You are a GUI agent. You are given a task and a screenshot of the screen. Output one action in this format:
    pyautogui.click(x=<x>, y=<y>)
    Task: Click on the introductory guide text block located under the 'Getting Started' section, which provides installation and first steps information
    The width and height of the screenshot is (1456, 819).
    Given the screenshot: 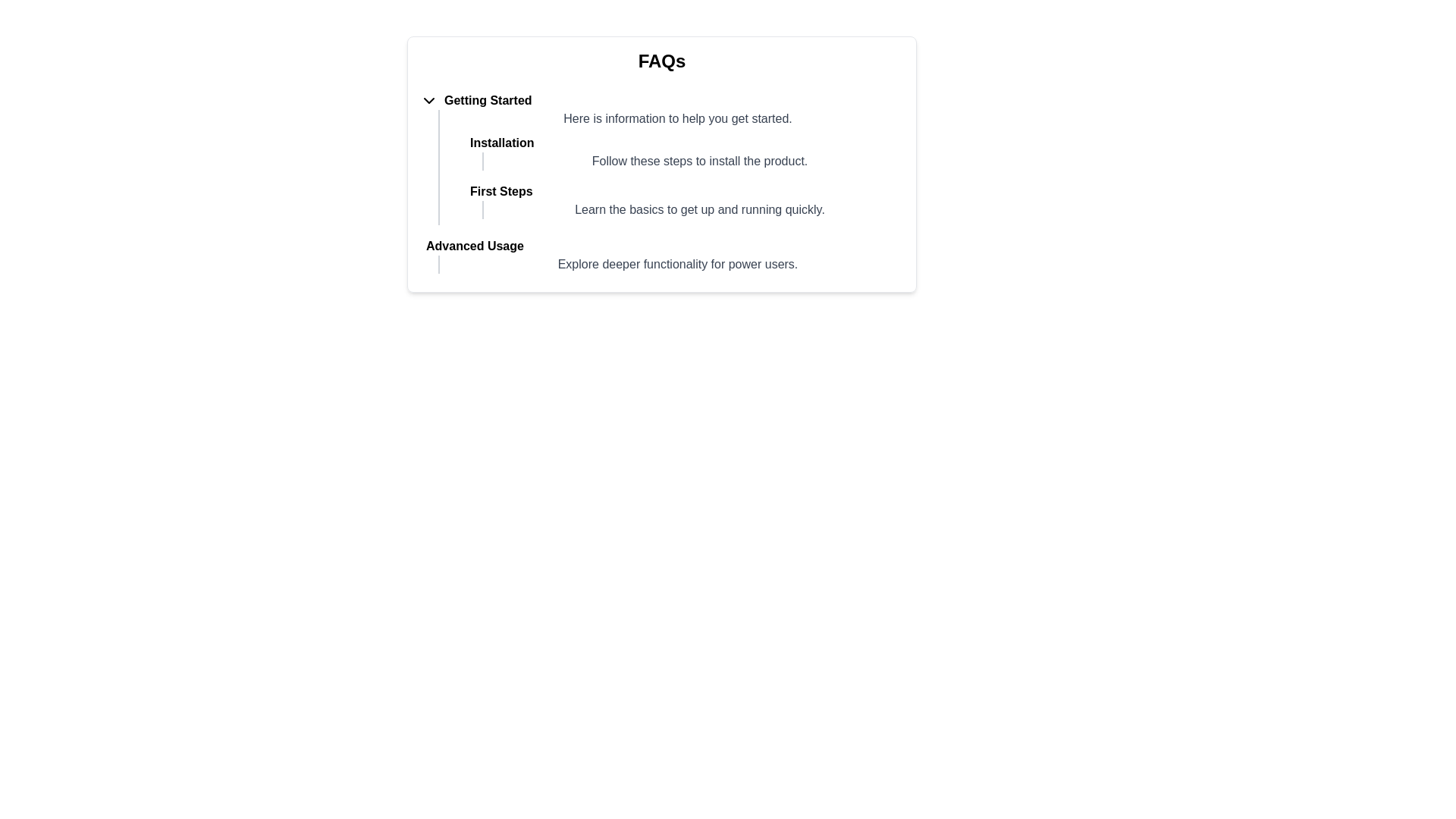 What is the action you would take?
    pyautogui.click(x=670, y=167)
    